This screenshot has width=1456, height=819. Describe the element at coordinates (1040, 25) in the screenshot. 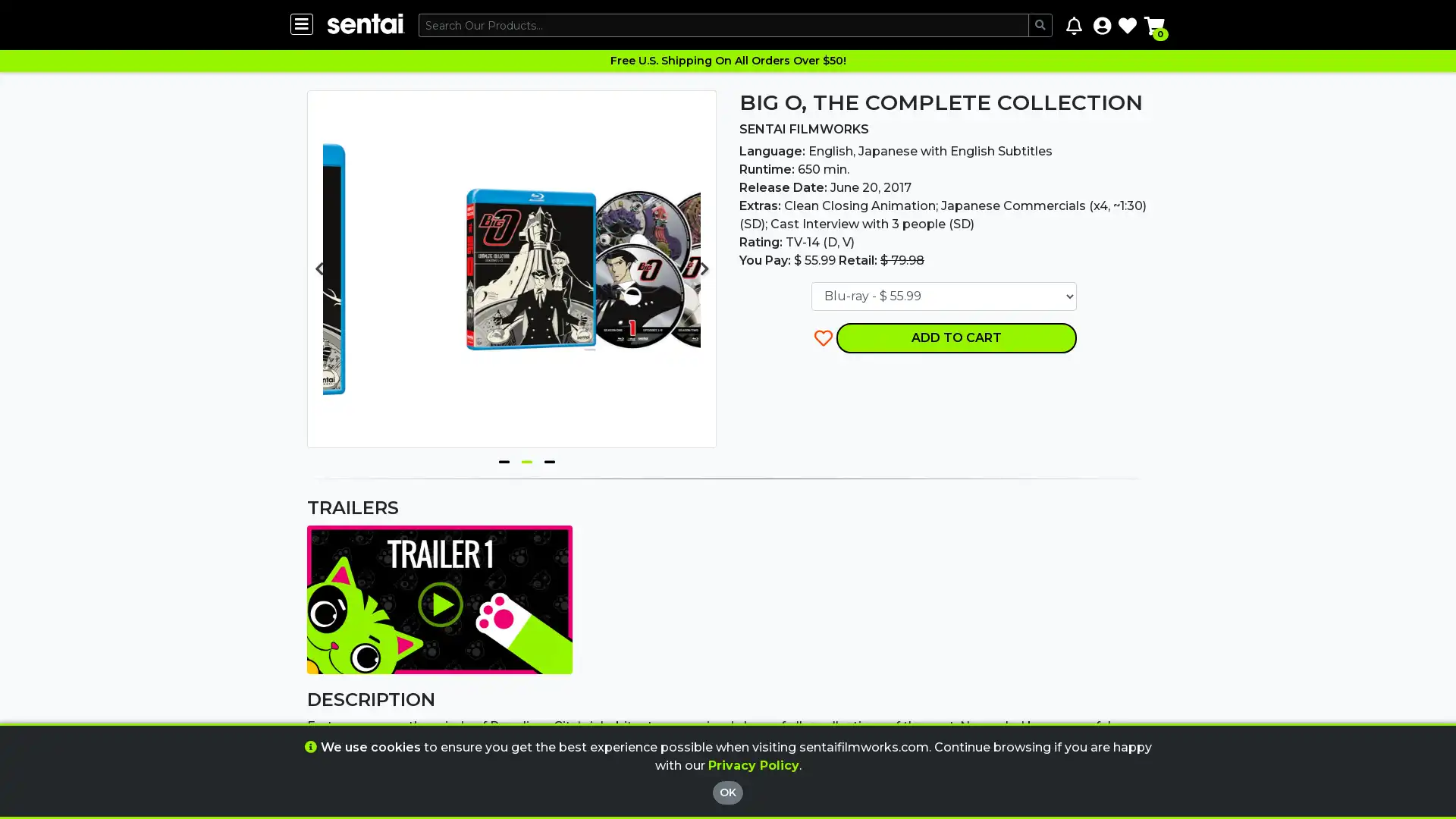

I see `Search Button` at that location.